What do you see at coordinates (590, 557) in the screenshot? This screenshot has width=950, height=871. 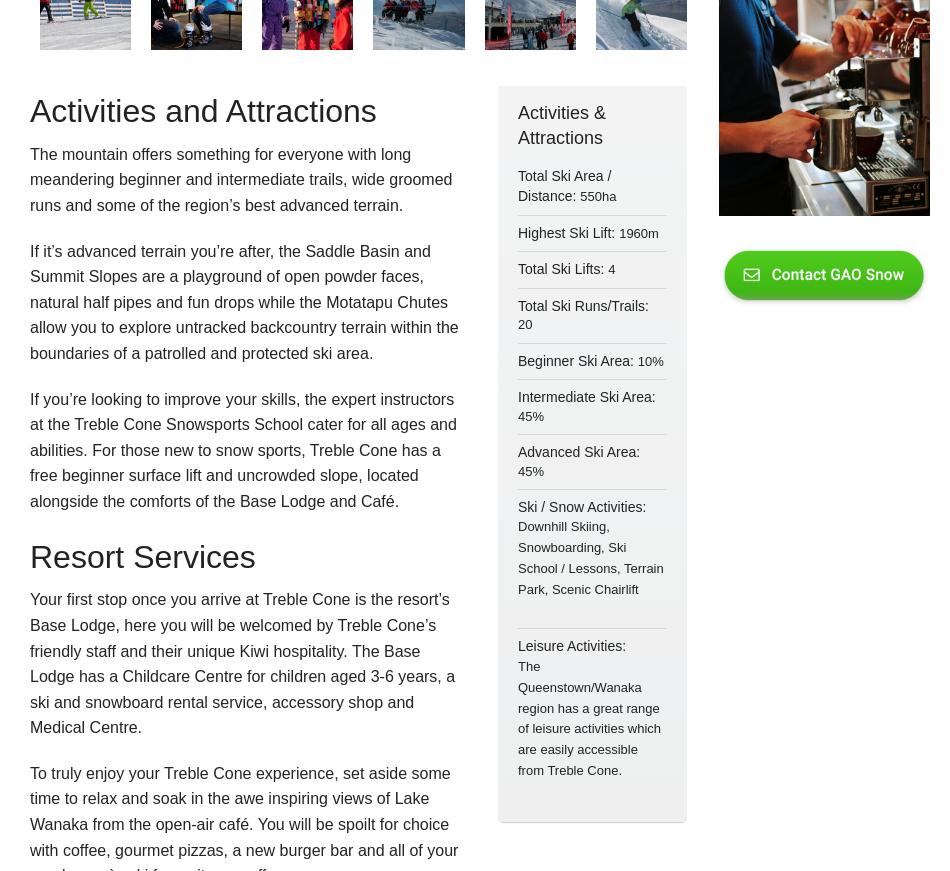 I see `'Downhill Skiing, Snowboarding, Ski School / Lessons, Terrain Park, Scenic Chairlift'` at bounding box center [590, 557].